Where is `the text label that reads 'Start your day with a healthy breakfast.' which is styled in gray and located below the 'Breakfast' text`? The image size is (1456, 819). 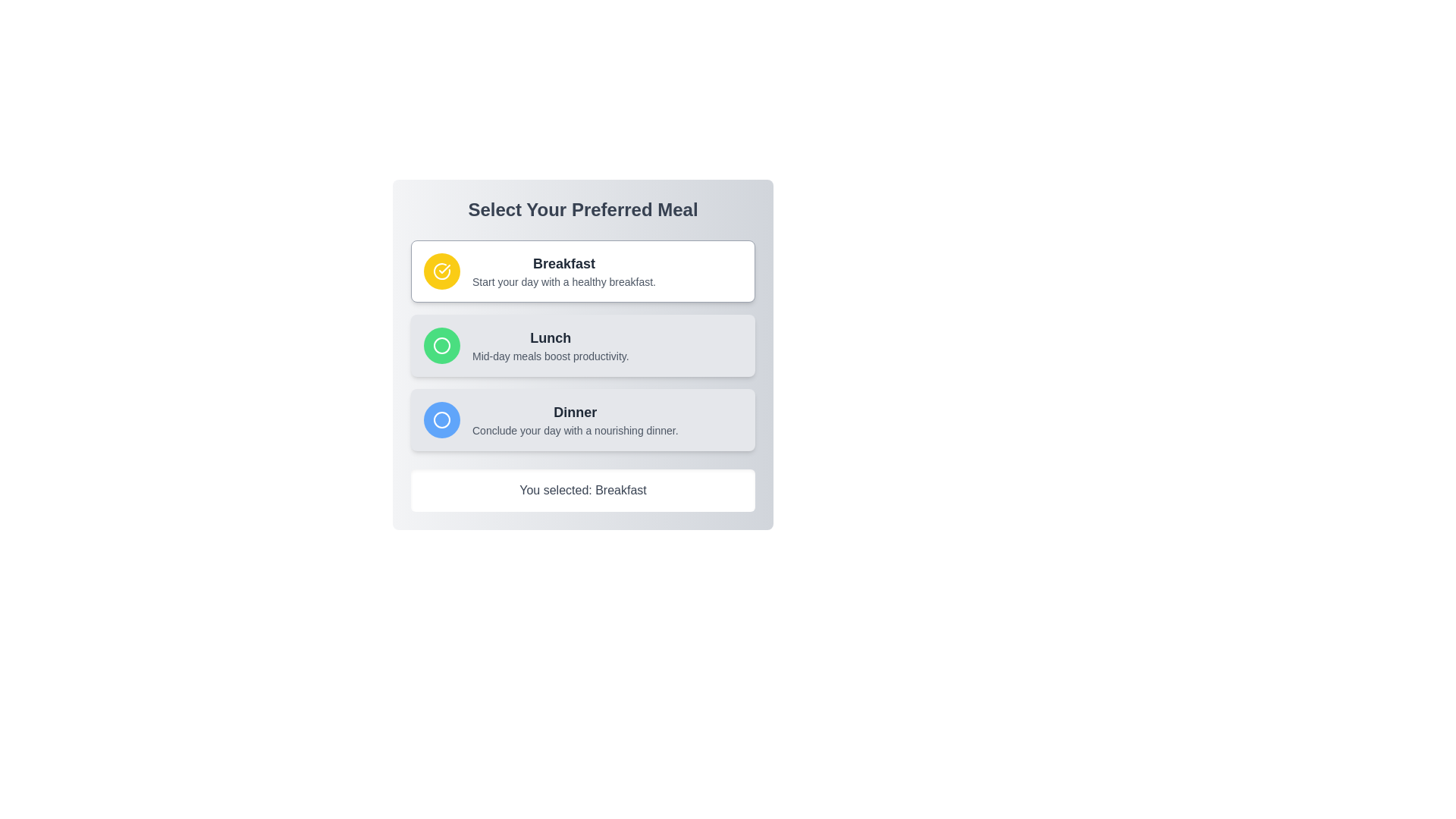
the text label that reads 'Start your day with a healthy breakfast.' which is styled in gray and located below the 'Breakfast' text is located at coordinates (563, 281).